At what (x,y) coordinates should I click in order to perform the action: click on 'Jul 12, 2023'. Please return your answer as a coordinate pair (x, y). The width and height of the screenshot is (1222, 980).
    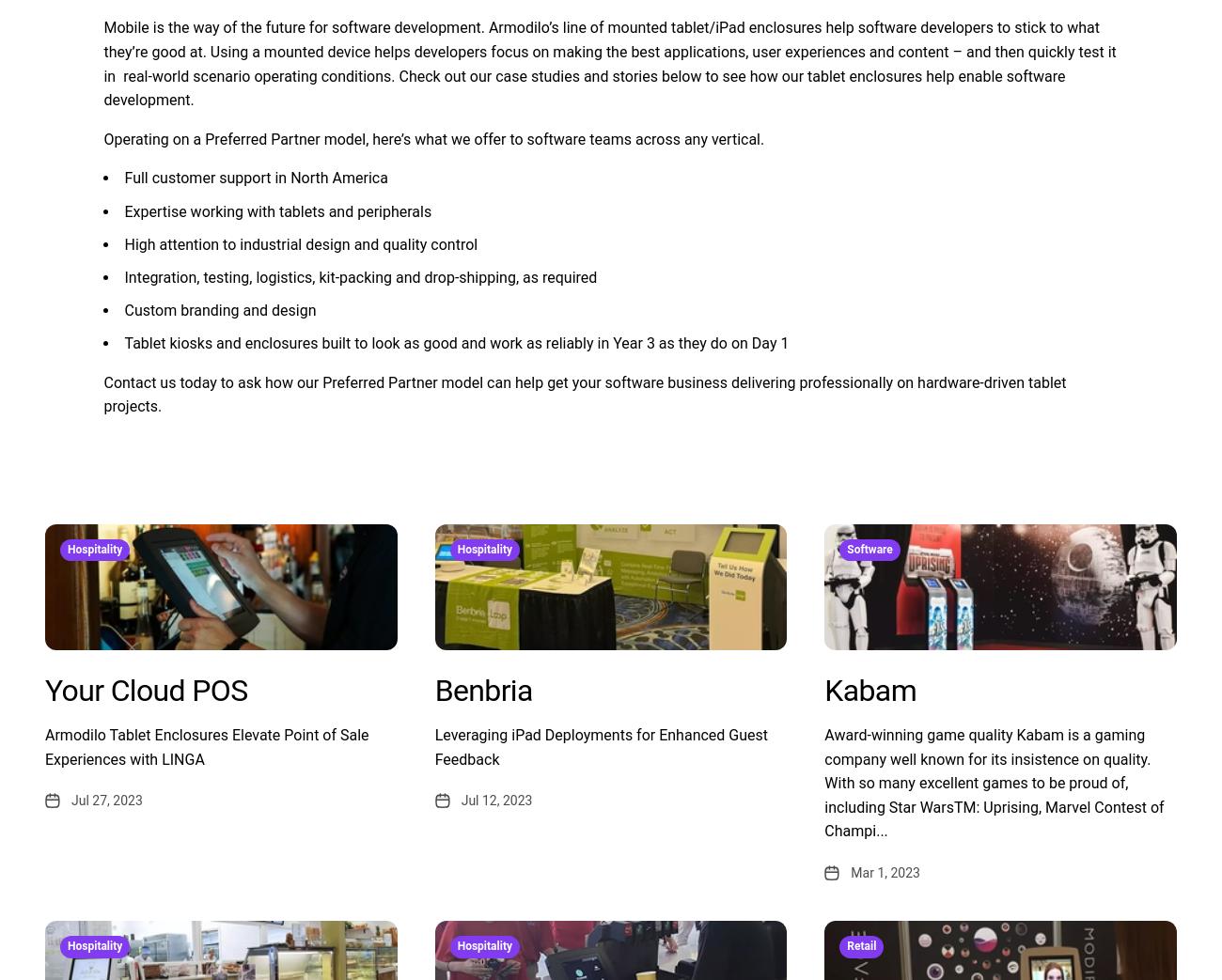
    Looking at the image, I should click on (460, 801).